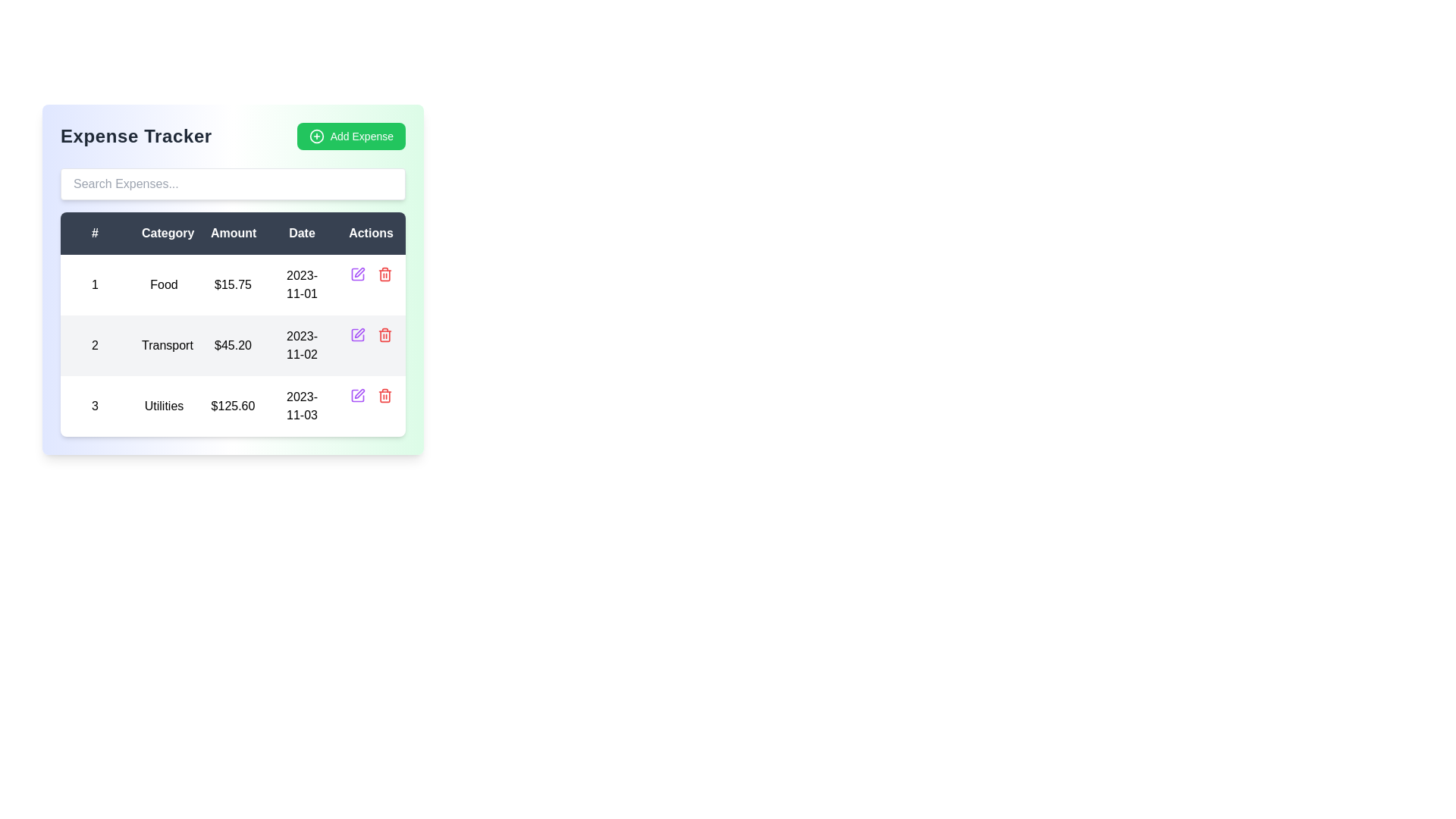 Image resolution: width=1456 pixels, height=819 pixels. What do you see at coordinates (315, 136) in the screenshot?
I see `the plus-circle icon located in the top-right corner of the interface, inside the green button labeled 'Add Expense', to initiate the addition of an expense` at bounding box center [315, 136].